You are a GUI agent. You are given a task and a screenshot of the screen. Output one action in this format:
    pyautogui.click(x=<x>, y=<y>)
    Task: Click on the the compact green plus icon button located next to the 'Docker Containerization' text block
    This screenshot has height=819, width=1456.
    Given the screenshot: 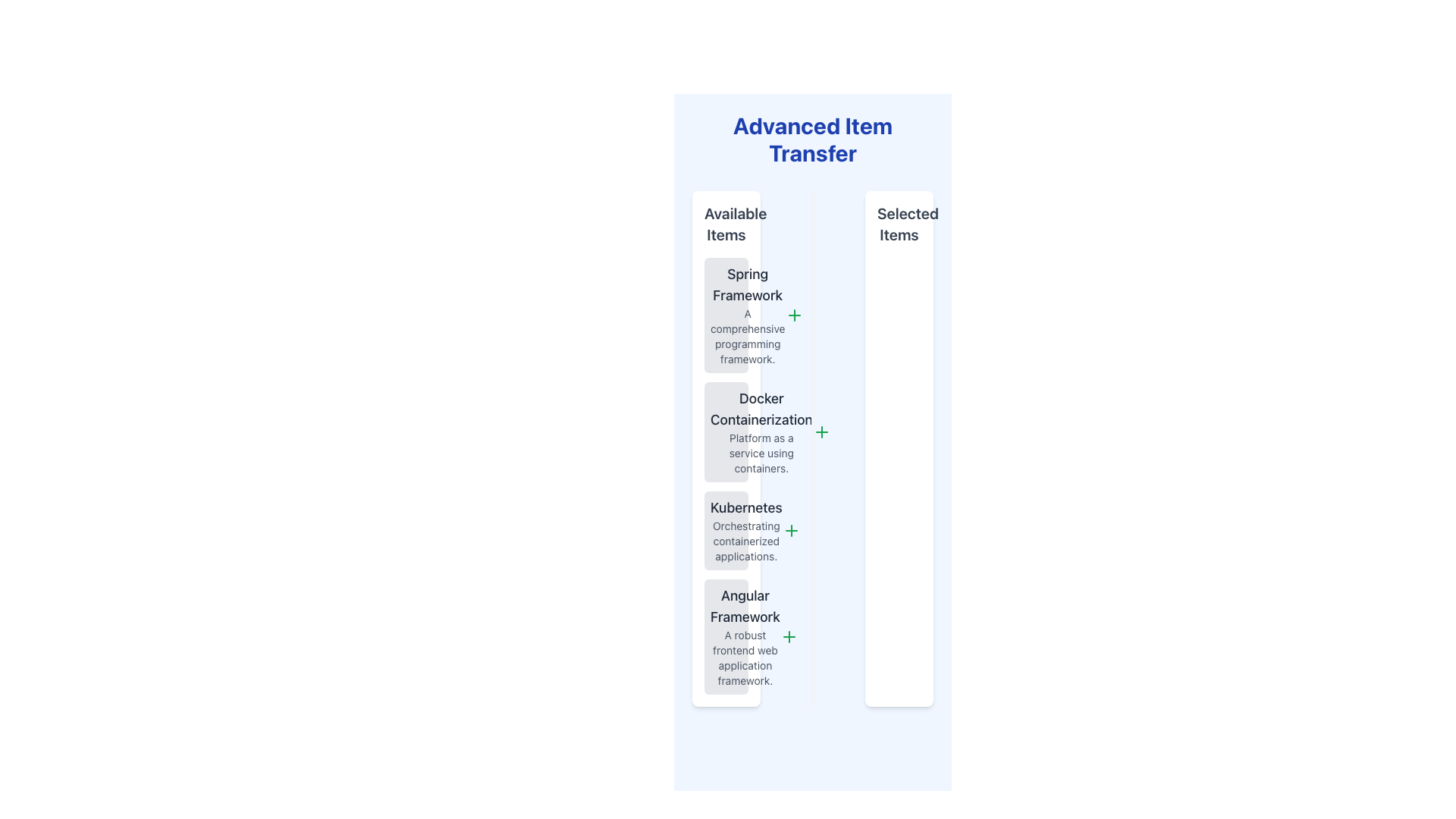 What is the action you would take?
    pyautogui.click(x=821, y=432)
    